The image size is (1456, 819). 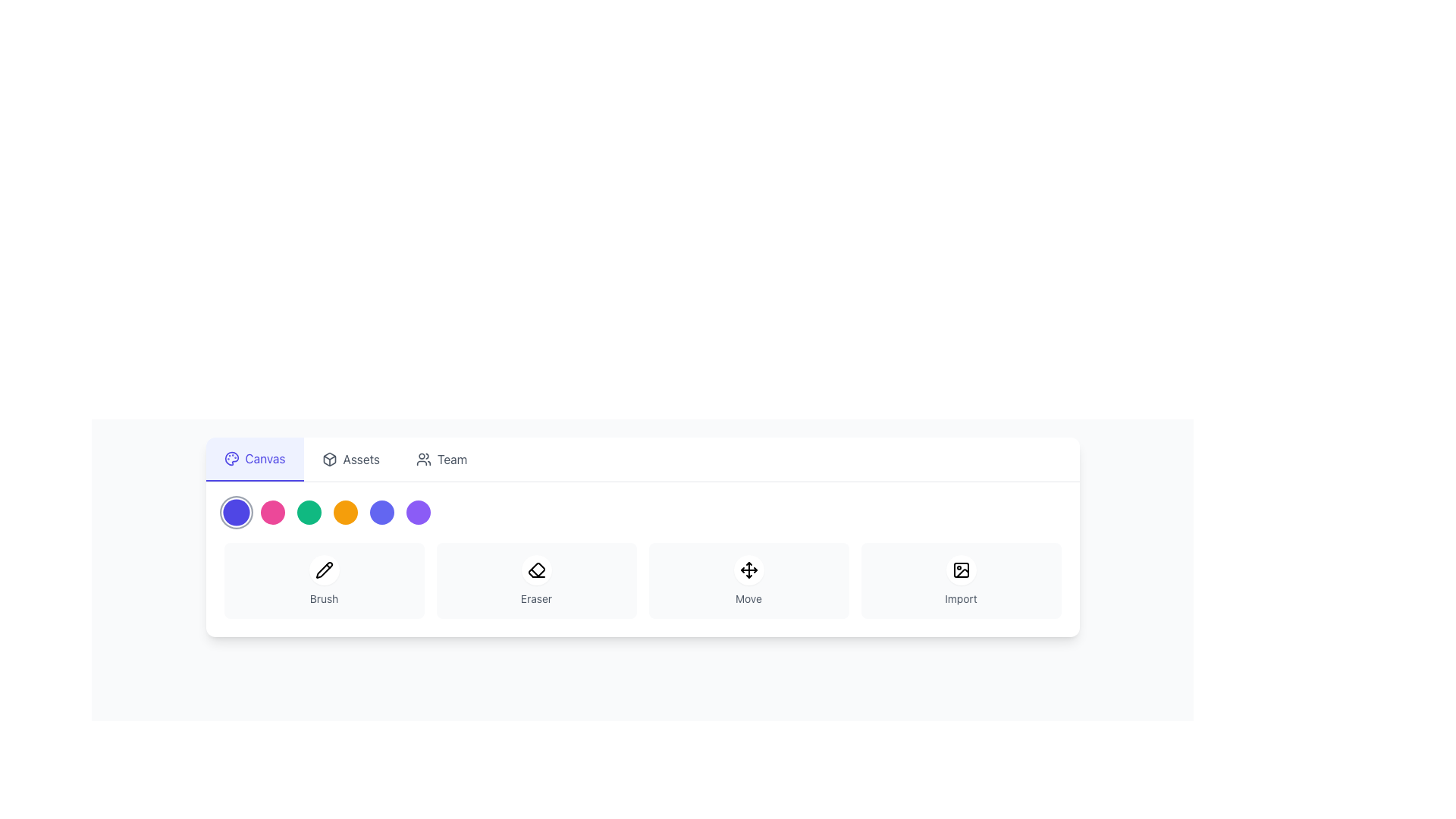 What do you see at coordinates (272, 512) in the screenshot?
I see `the second button in the horizontal sequence, located between a blue button and a green button` at bounding box center [272, 512].